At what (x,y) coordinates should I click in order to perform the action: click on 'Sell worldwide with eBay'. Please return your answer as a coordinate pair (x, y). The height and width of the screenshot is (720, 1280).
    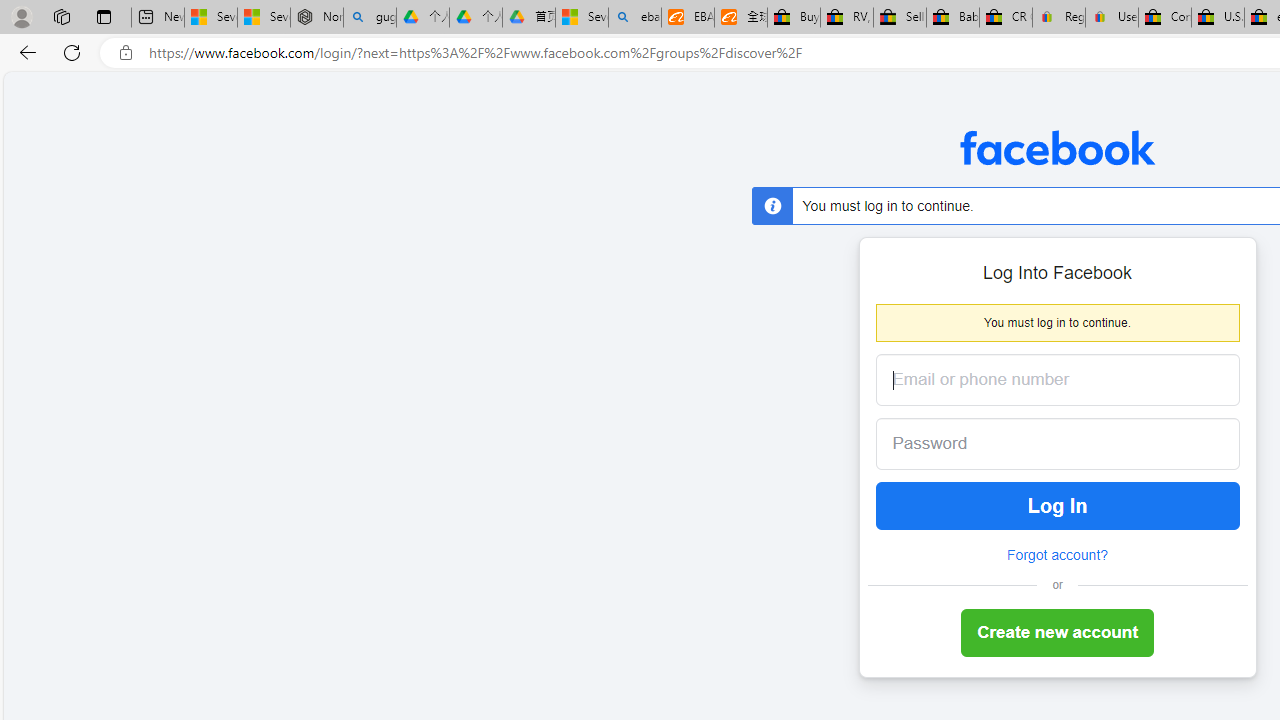
    Looking at the image, I should click on (898, 17).